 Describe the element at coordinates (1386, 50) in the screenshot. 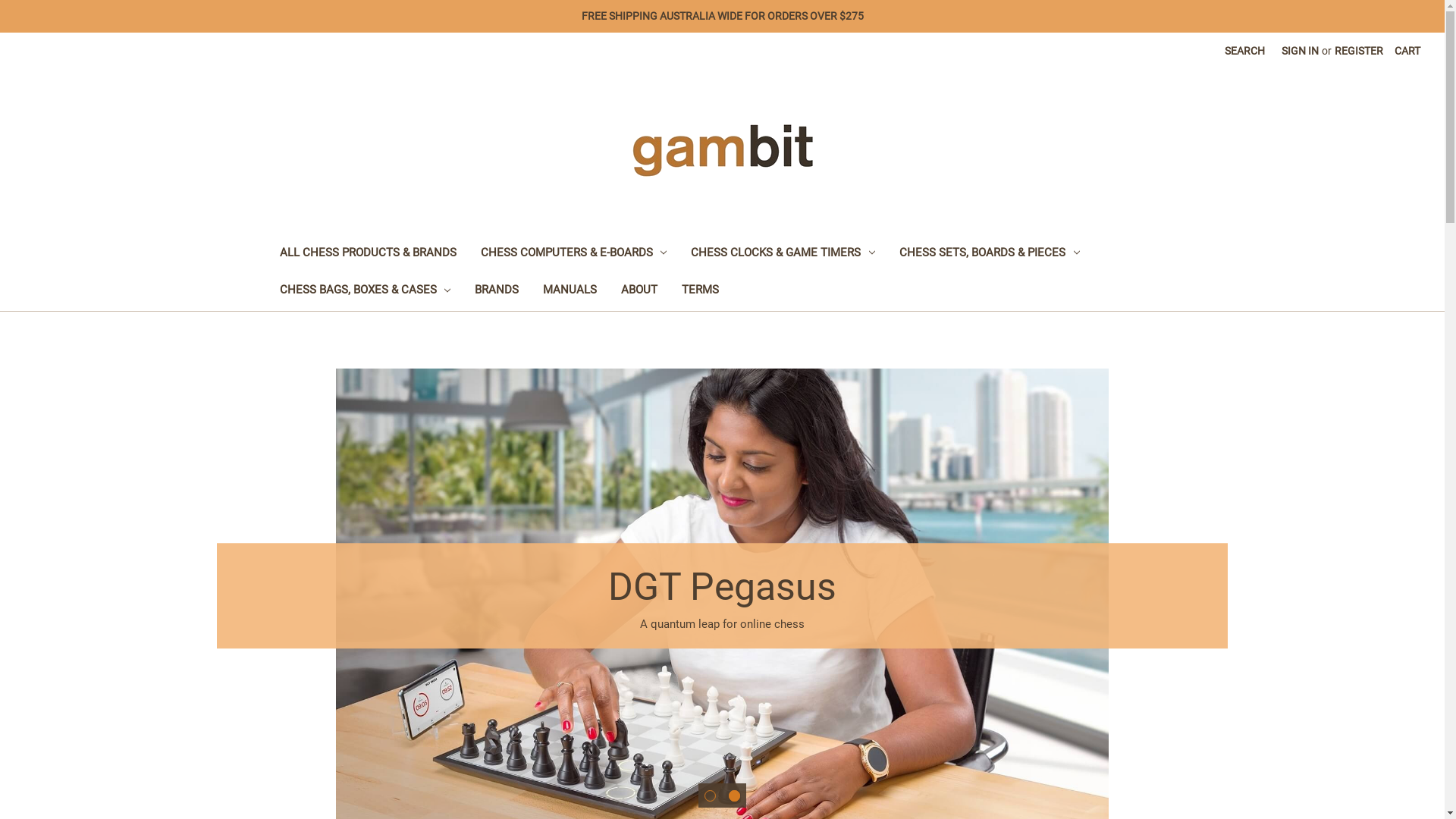

I see `'CART'` at that location.